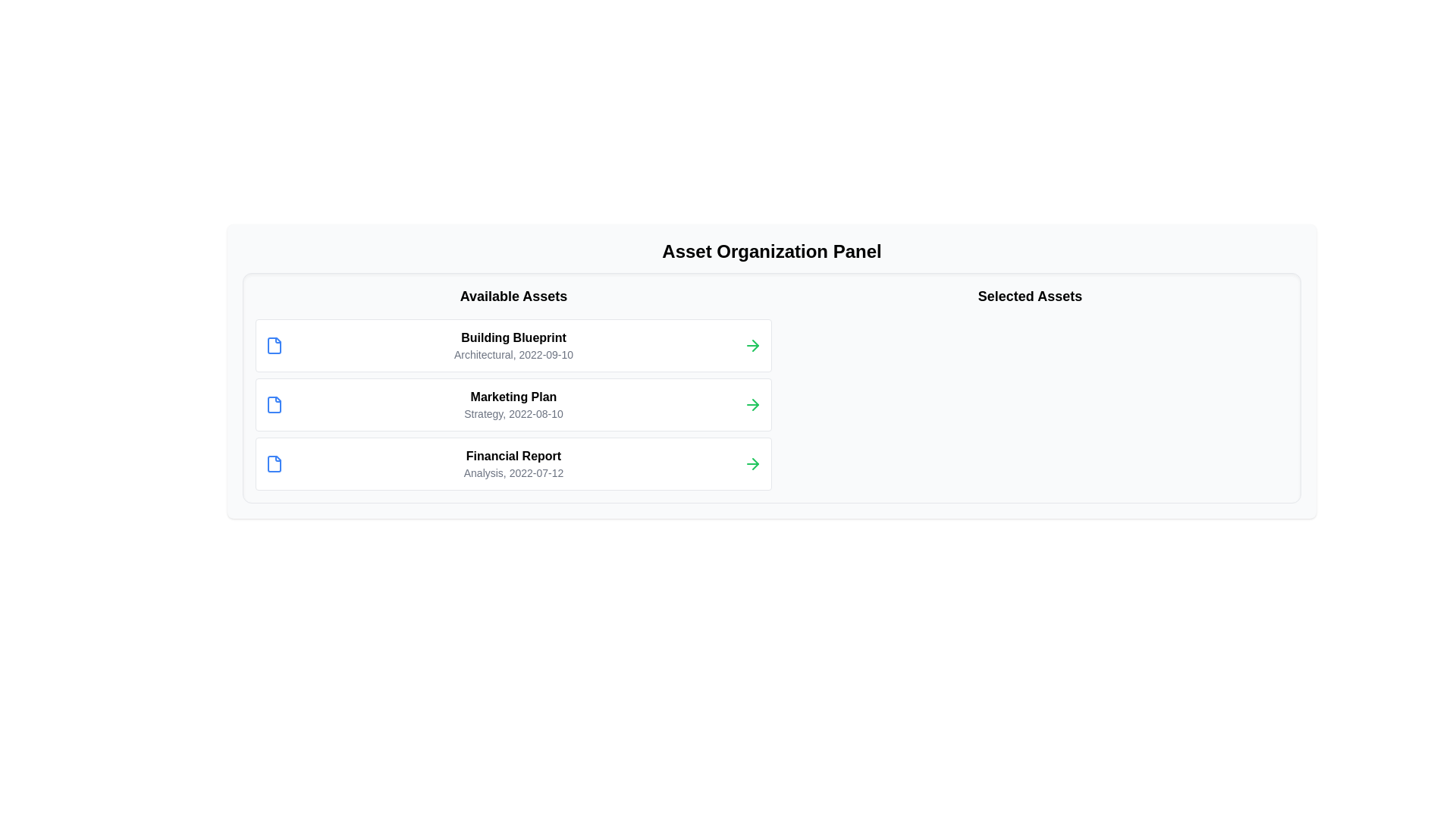 Image resolution: width=1456 pixels, height=819 pixels. I want to click on the text label that says 'Strategy, 2022-08-10', which is styled with a smaller, lighter gray font and positioned below the bold 'Marketing Plan' title in the 'Available Assets' list, so click(513, 414).